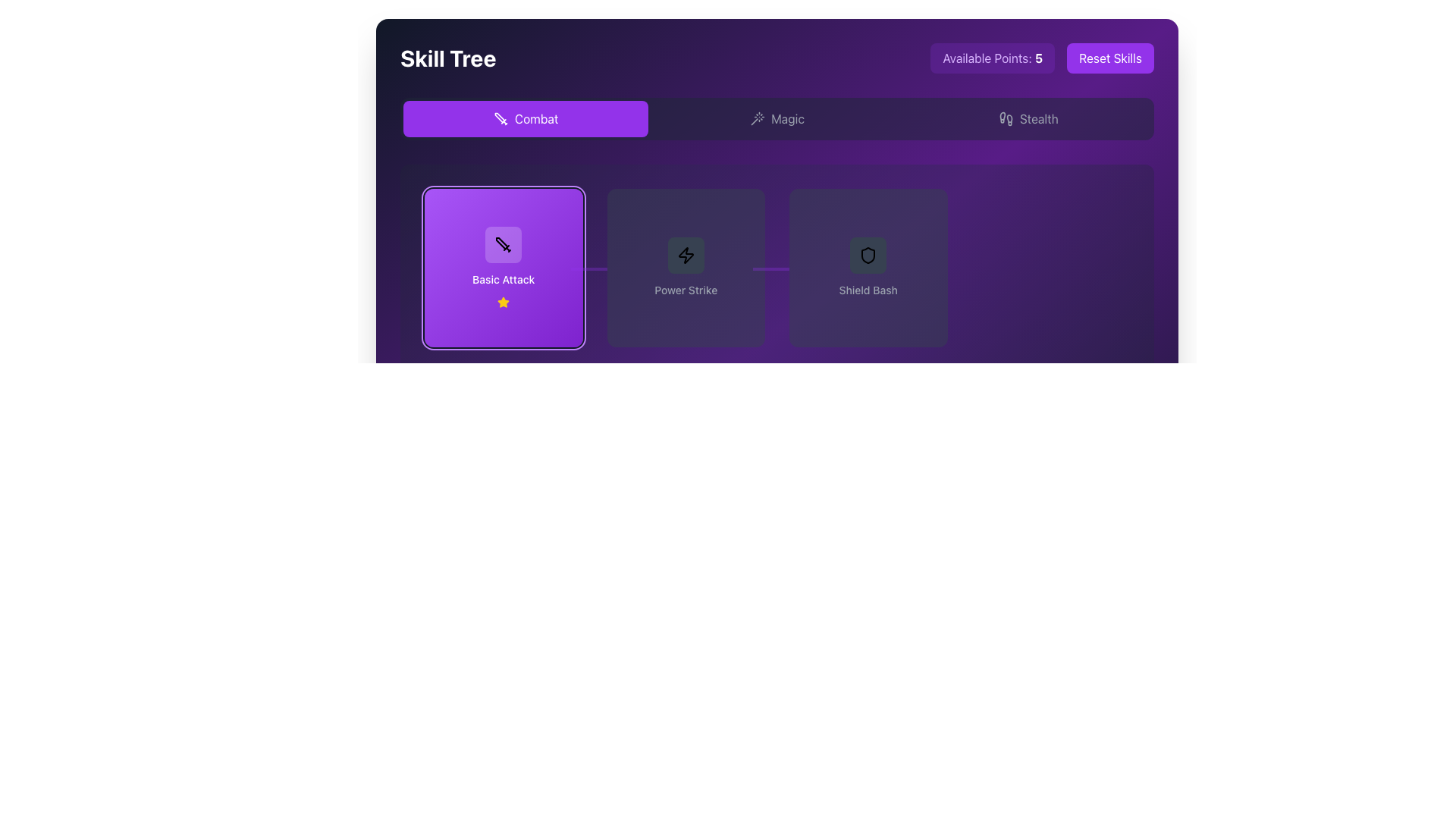 The width and height of the screenshot is (1456, 819). What do you see at coordinates (777, 118) in the screenshot?
I see `the magic button located between the 'Combat' and 'Stealth' buttons in the top bar of the interface` at bounding box center [777, 118].